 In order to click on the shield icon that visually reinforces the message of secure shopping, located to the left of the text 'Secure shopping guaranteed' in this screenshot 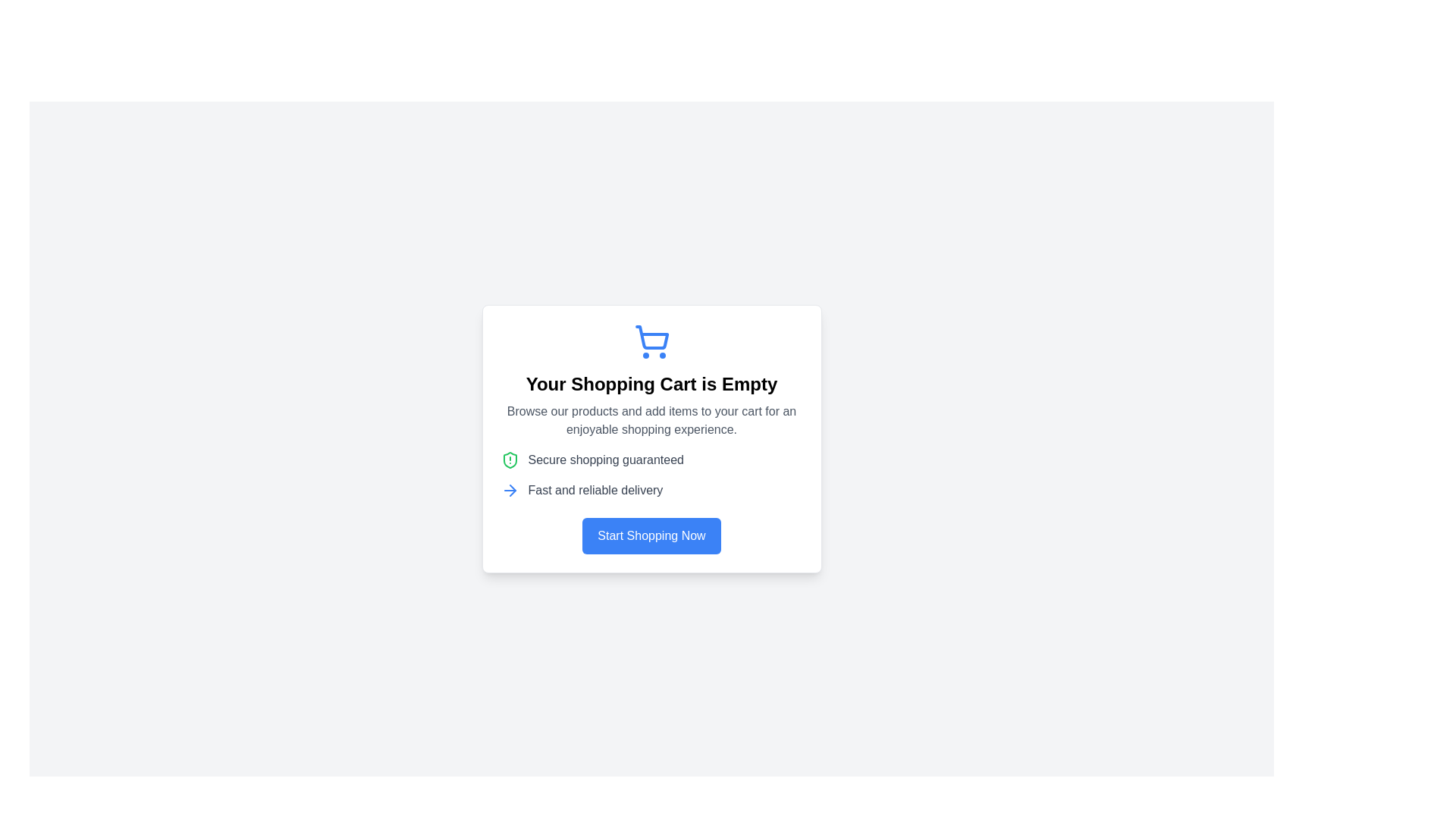, I will do `click(510, 459)`.